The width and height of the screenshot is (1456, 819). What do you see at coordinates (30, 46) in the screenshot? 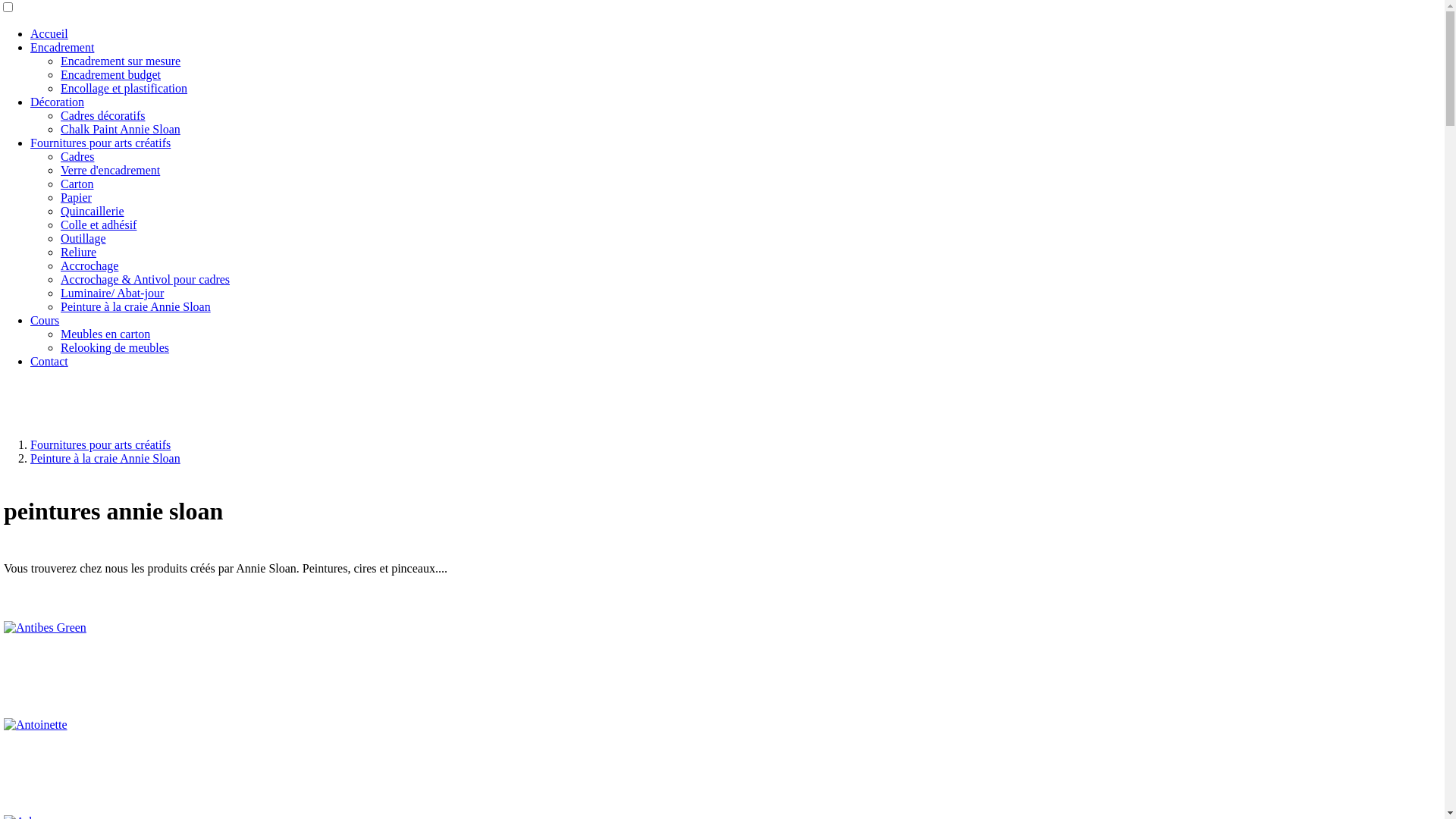
I see `'Encadrement'` at bounding box center [30, 46].